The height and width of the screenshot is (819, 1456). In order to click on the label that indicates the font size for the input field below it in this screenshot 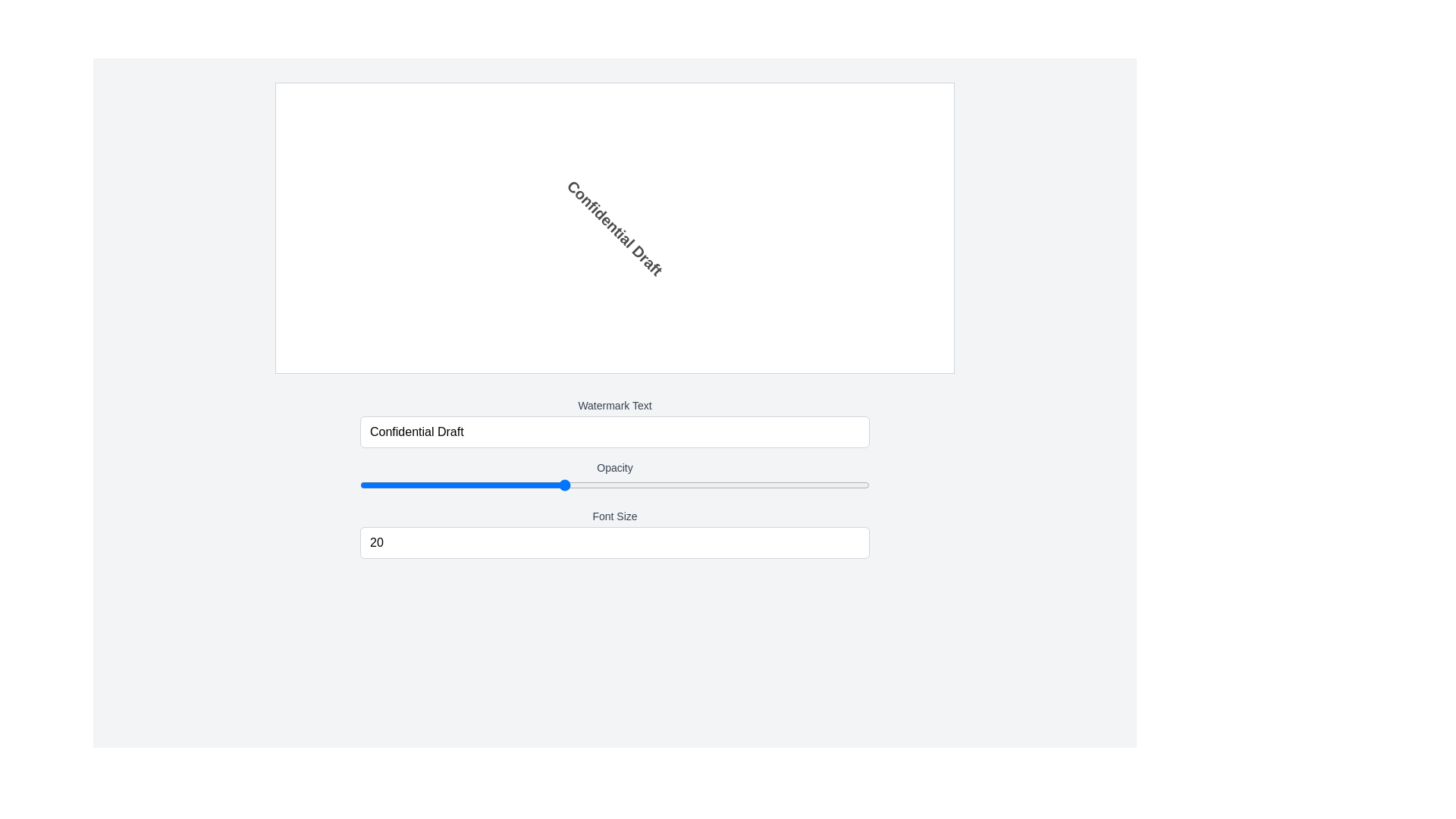, I will do `click(615, 516)`.